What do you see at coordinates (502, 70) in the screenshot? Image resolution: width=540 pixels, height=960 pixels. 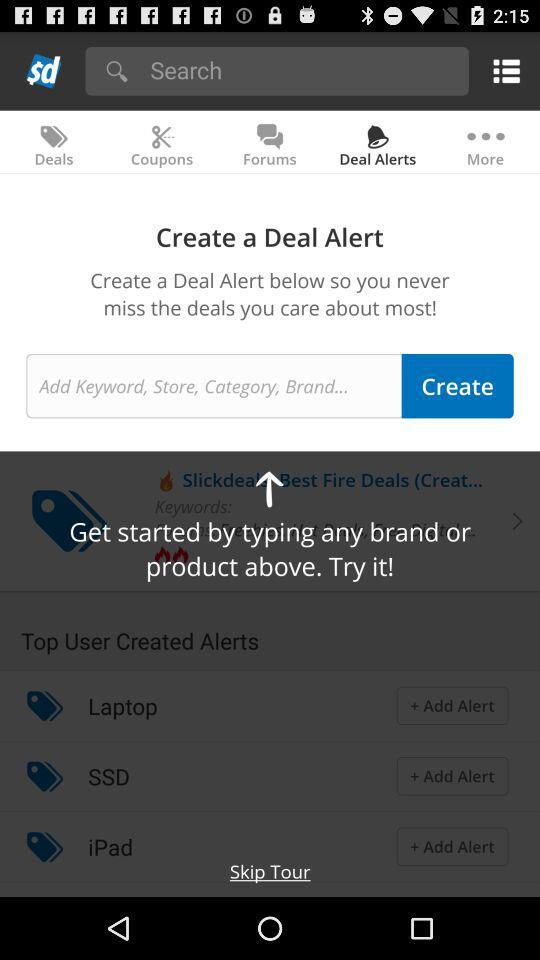 I see `open menu` at bounding box center [502, 70].